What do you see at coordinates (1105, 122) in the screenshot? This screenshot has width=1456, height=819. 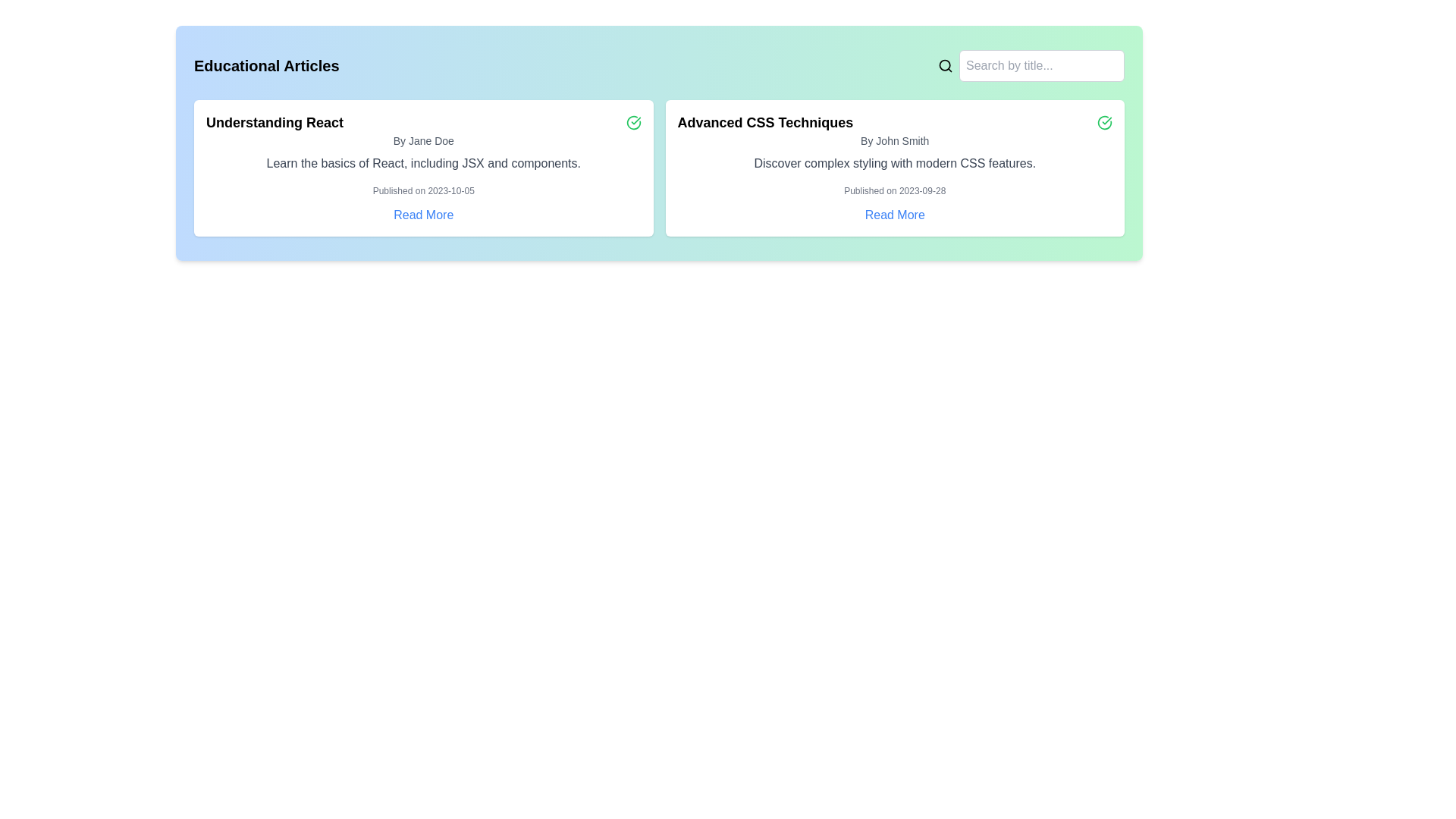 I see `the status indicator icon located at the top-right corner of the card titled 'Advanced CSS Techniques' to signify a positive confirmation related to the card's contents` at bounding box center [1105, 122].